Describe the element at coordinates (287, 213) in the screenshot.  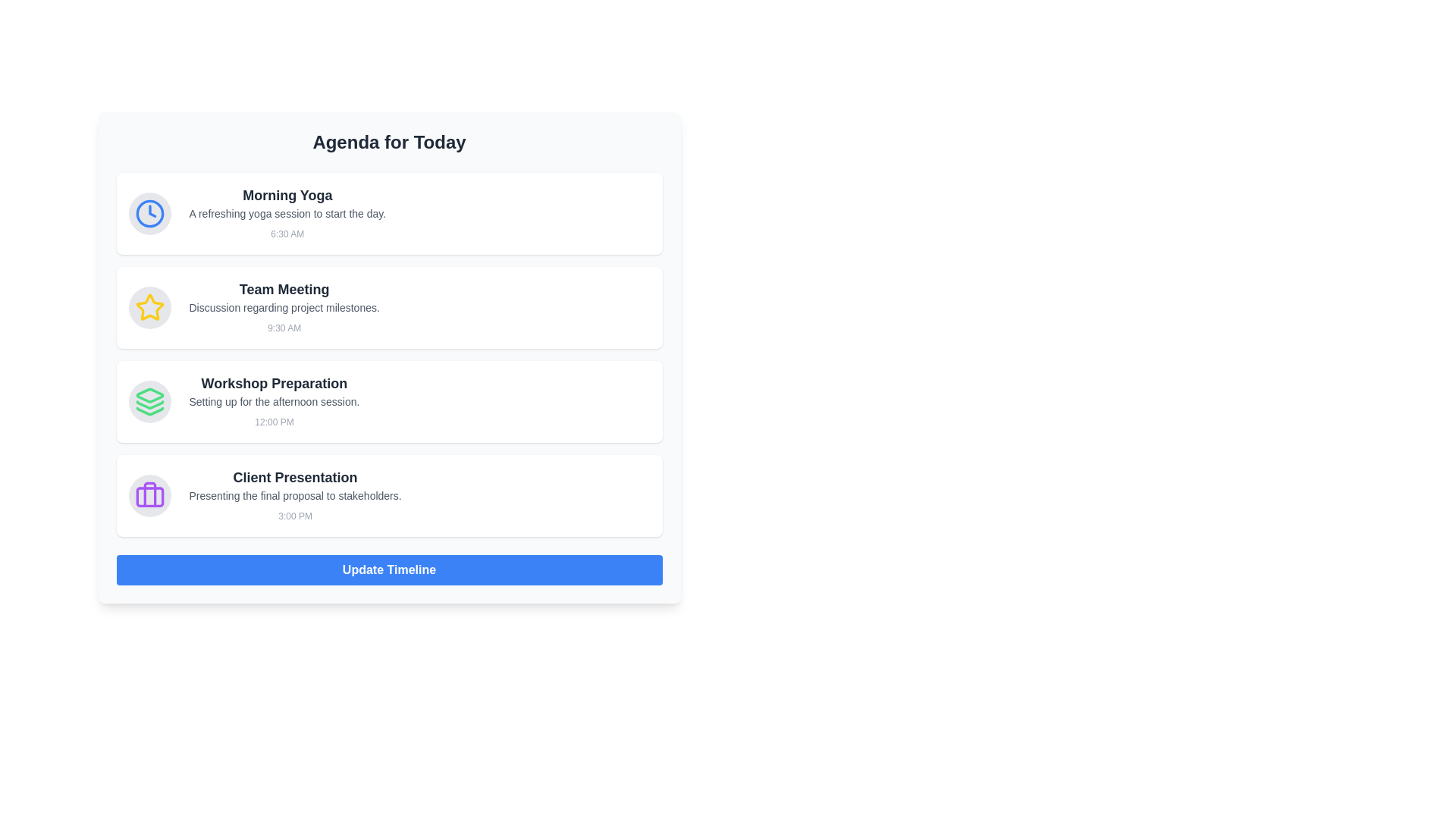
I see `the multi-line text element titled 'Morning Yoga' to edit its content` at that location.